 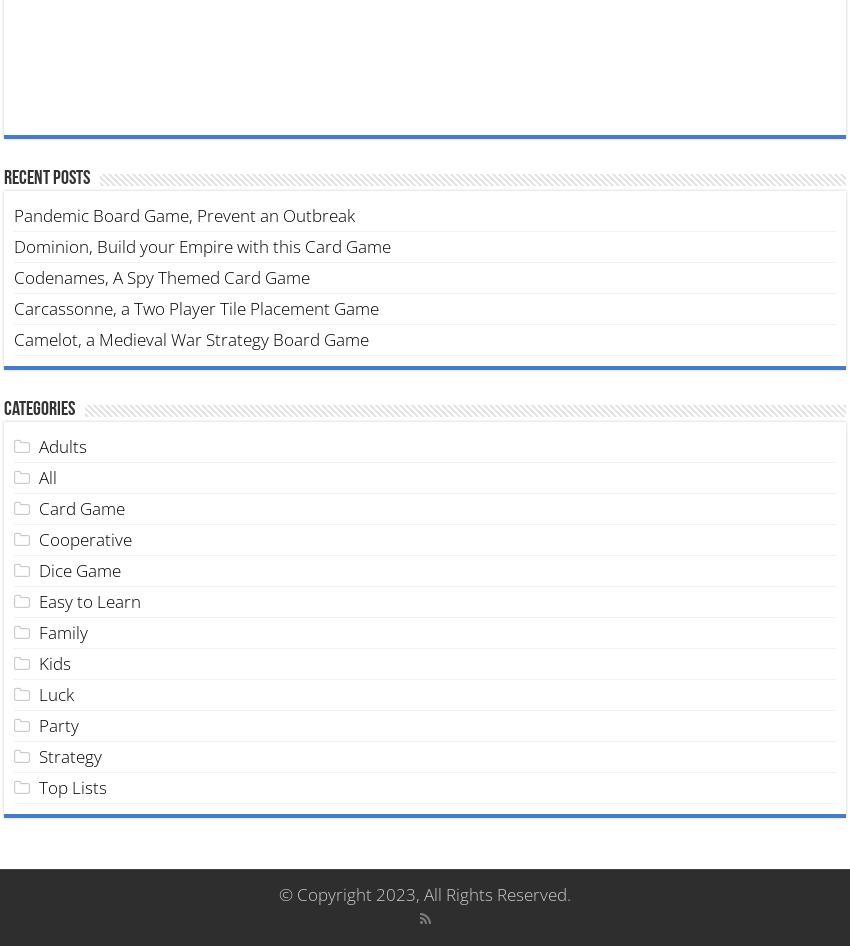 I want to click on 'Family', so click(x=38, y=631).